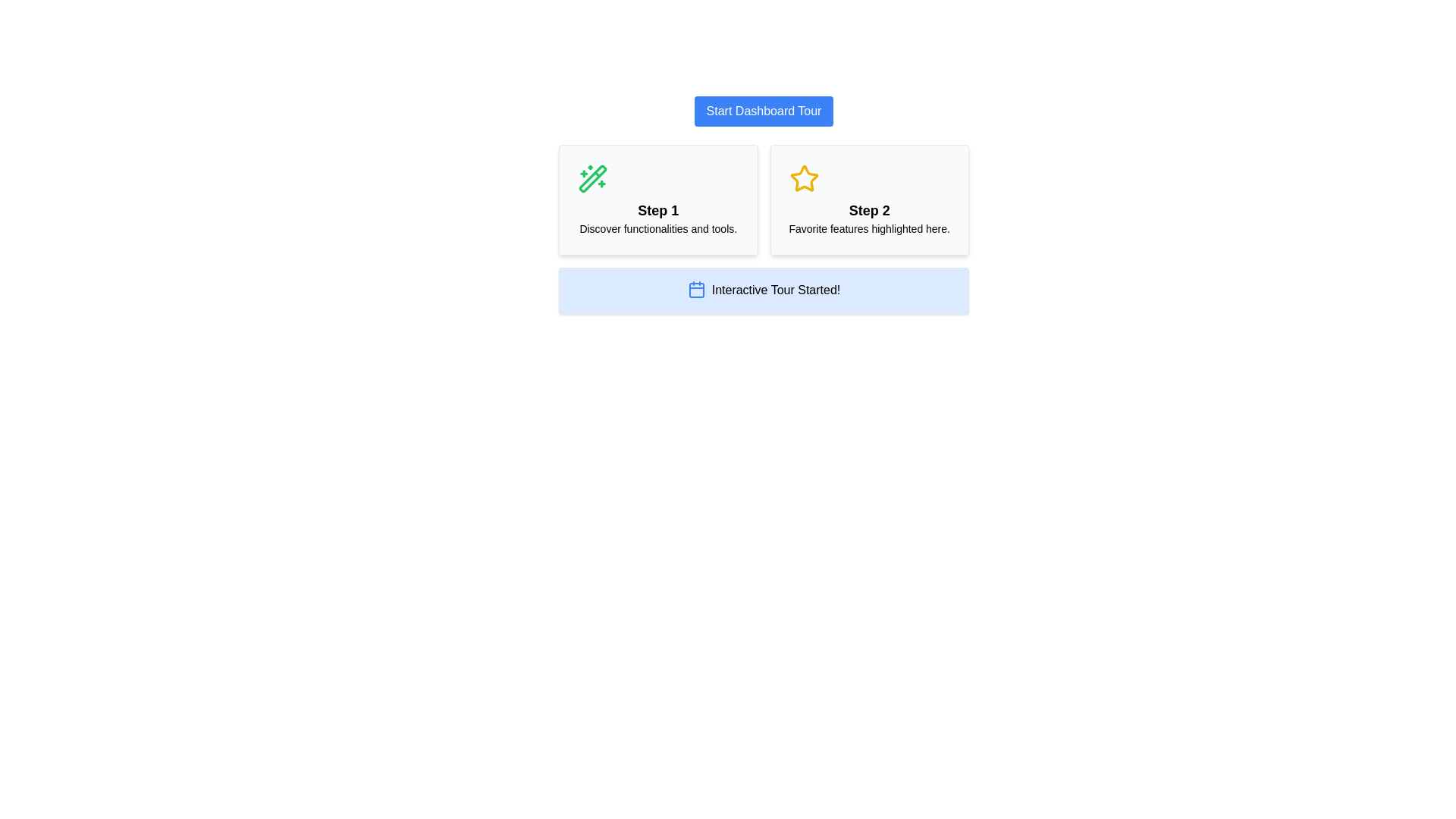 This screenshot has height=819, width=1456. What do you see at coordinates (658, 228) in the screenshot?
I see `text label displaying 'Discover functionalities and tools.' located within the 'Step 1' card, which is the second text component under the heading` at bounding box center [658, 228].